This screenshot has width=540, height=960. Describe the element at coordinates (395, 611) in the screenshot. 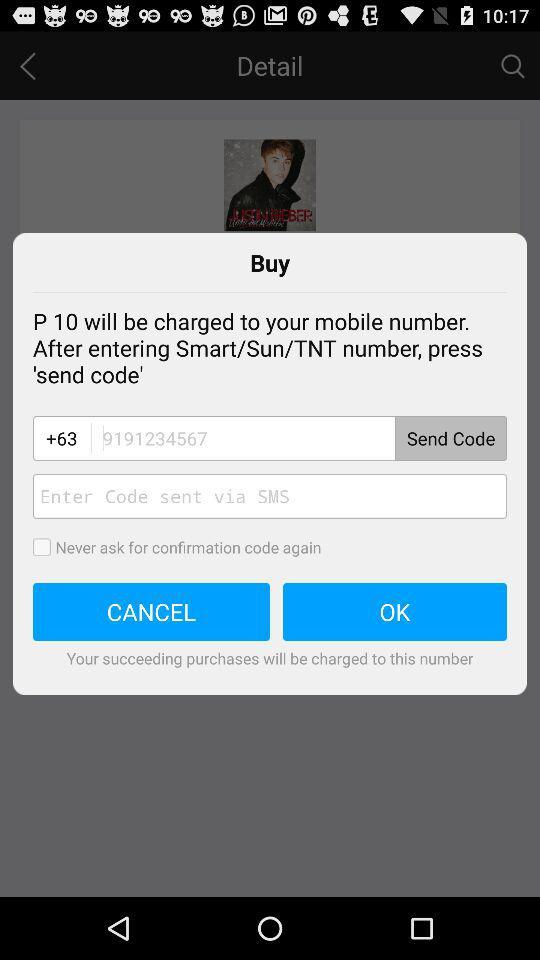

I see `the ok icon` at that location.